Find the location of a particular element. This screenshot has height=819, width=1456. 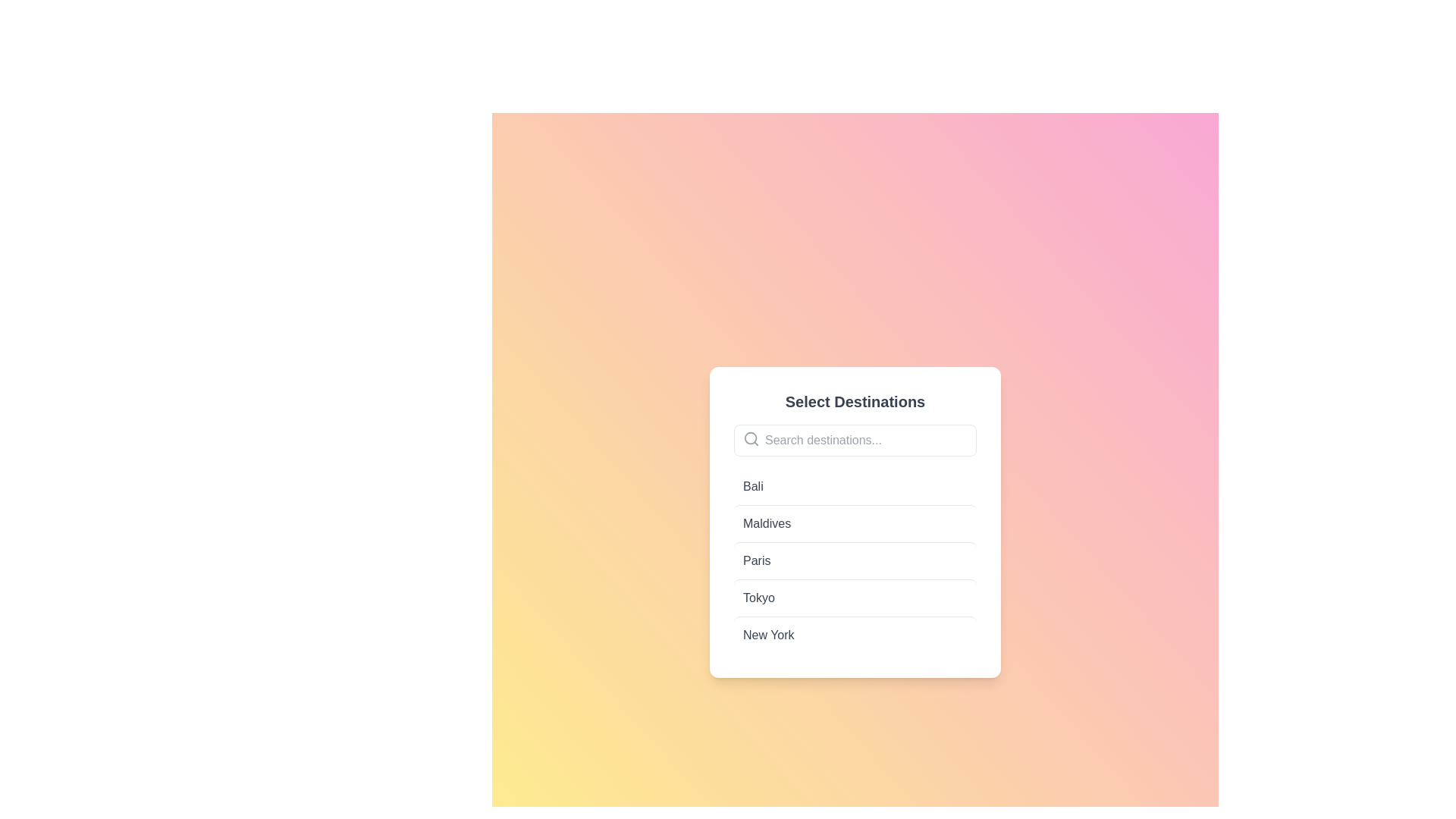

the text label indicating the destination 'Maldives' in the second row of the 'Select Destinations' dropdown component is located at coordinates (767, 522).